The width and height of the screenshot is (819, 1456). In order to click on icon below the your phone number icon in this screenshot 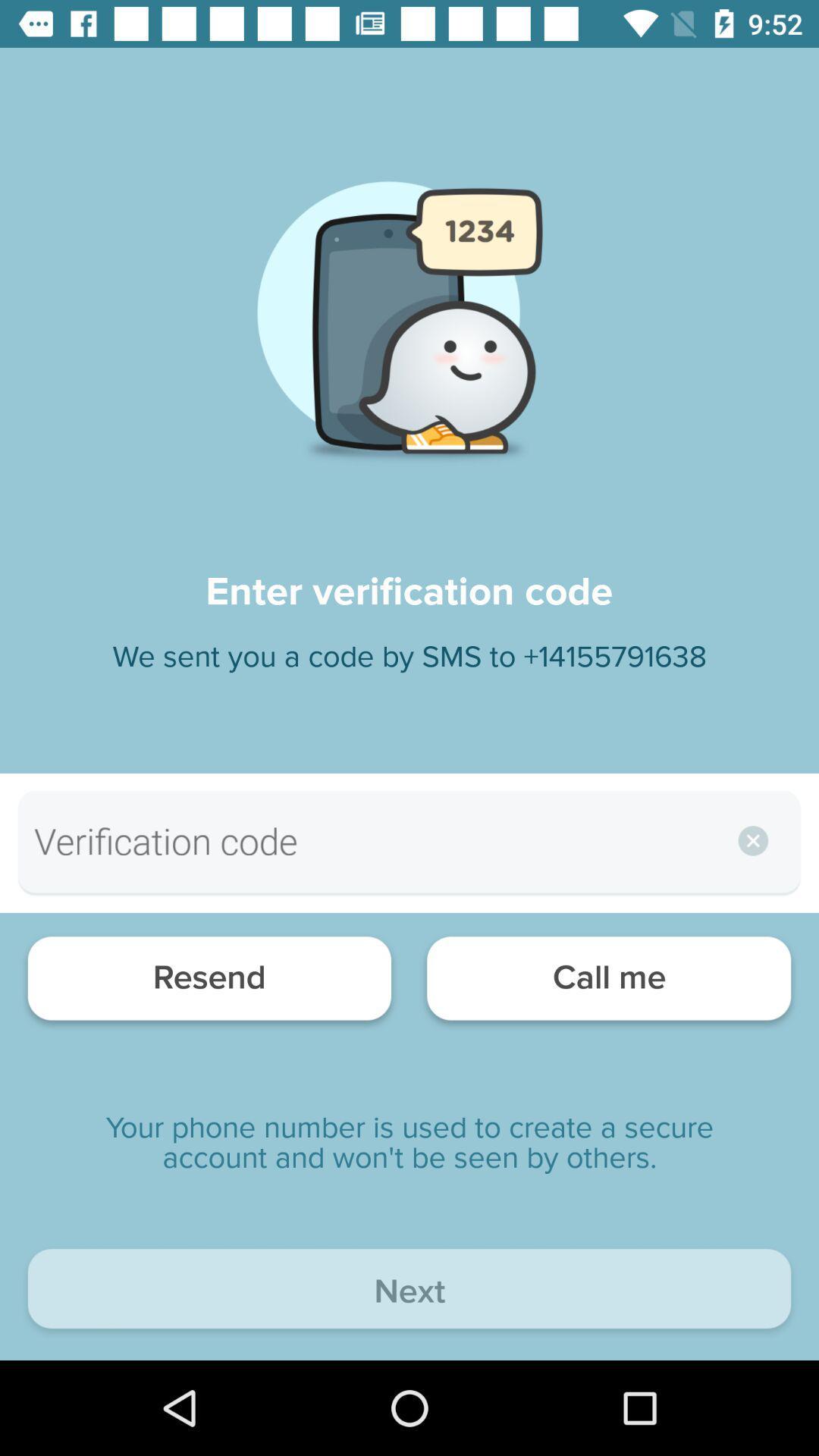, I will do `click(409, 1291)`.